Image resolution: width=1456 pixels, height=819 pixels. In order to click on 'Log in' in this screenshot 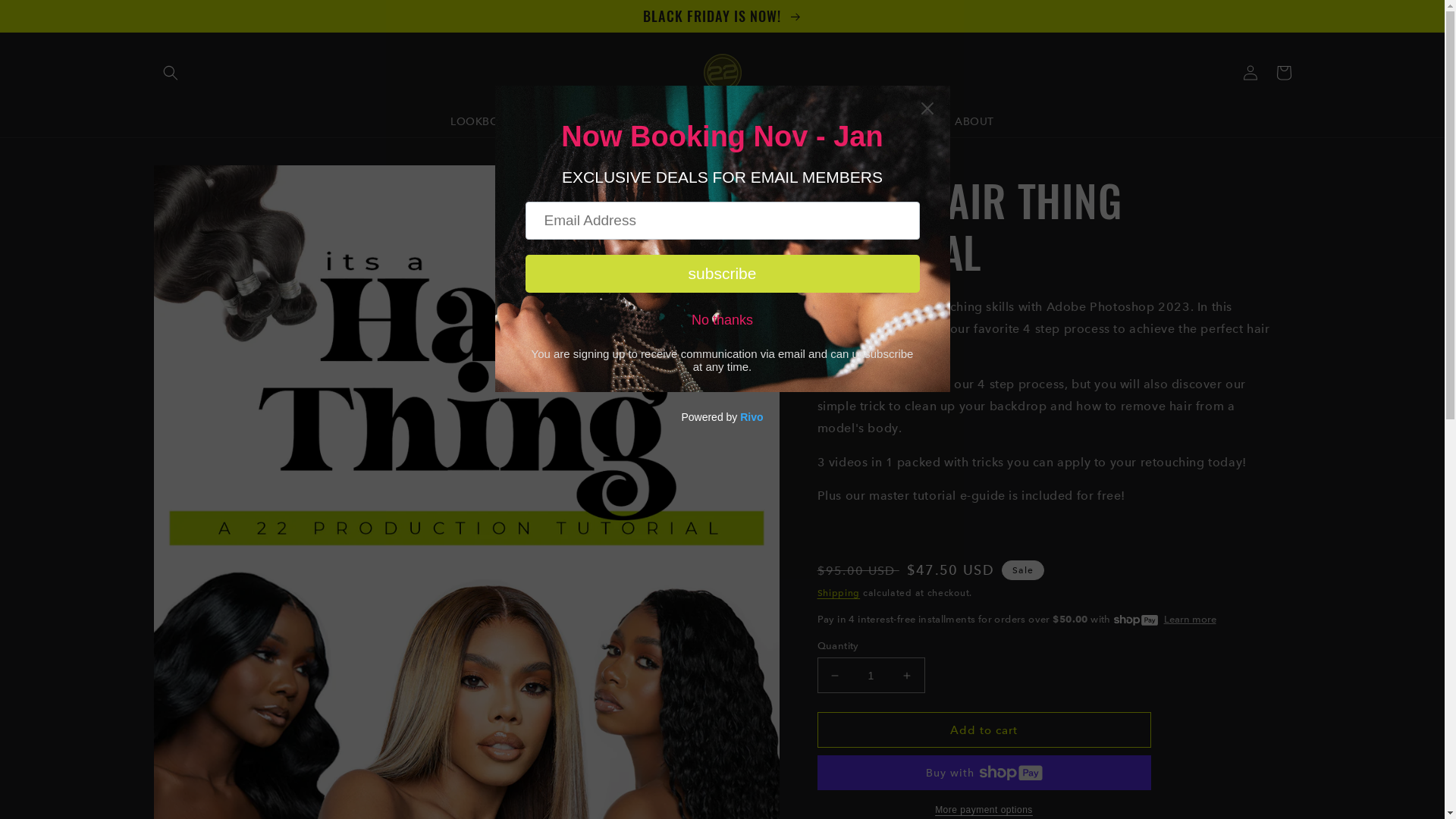, I will do `click(1249, 73)`.